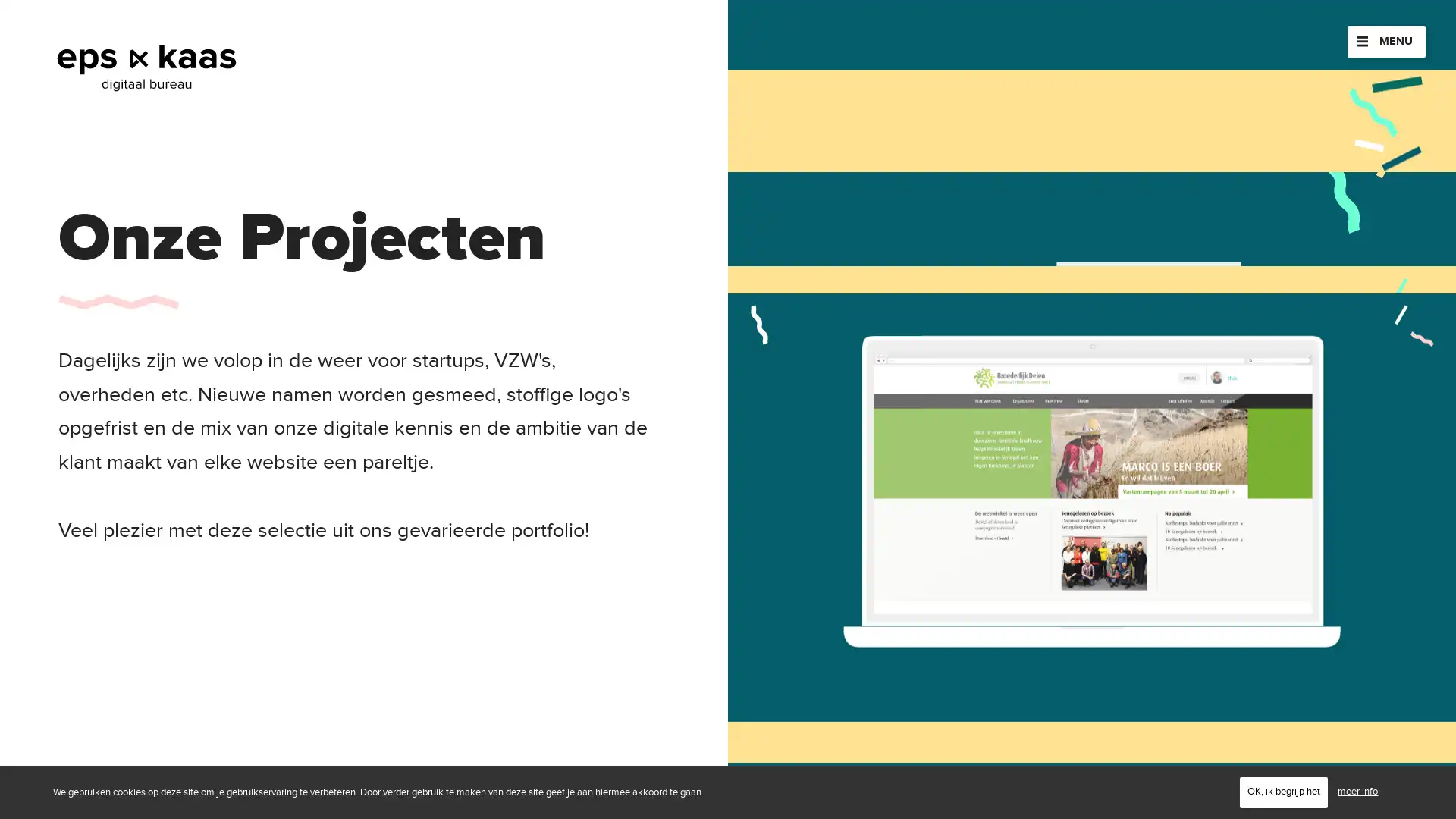  What do you see at coordinates (1283, 791) in the screenshot?
I see `OK, ik begrijp het` at bounding box center [1283, 791].